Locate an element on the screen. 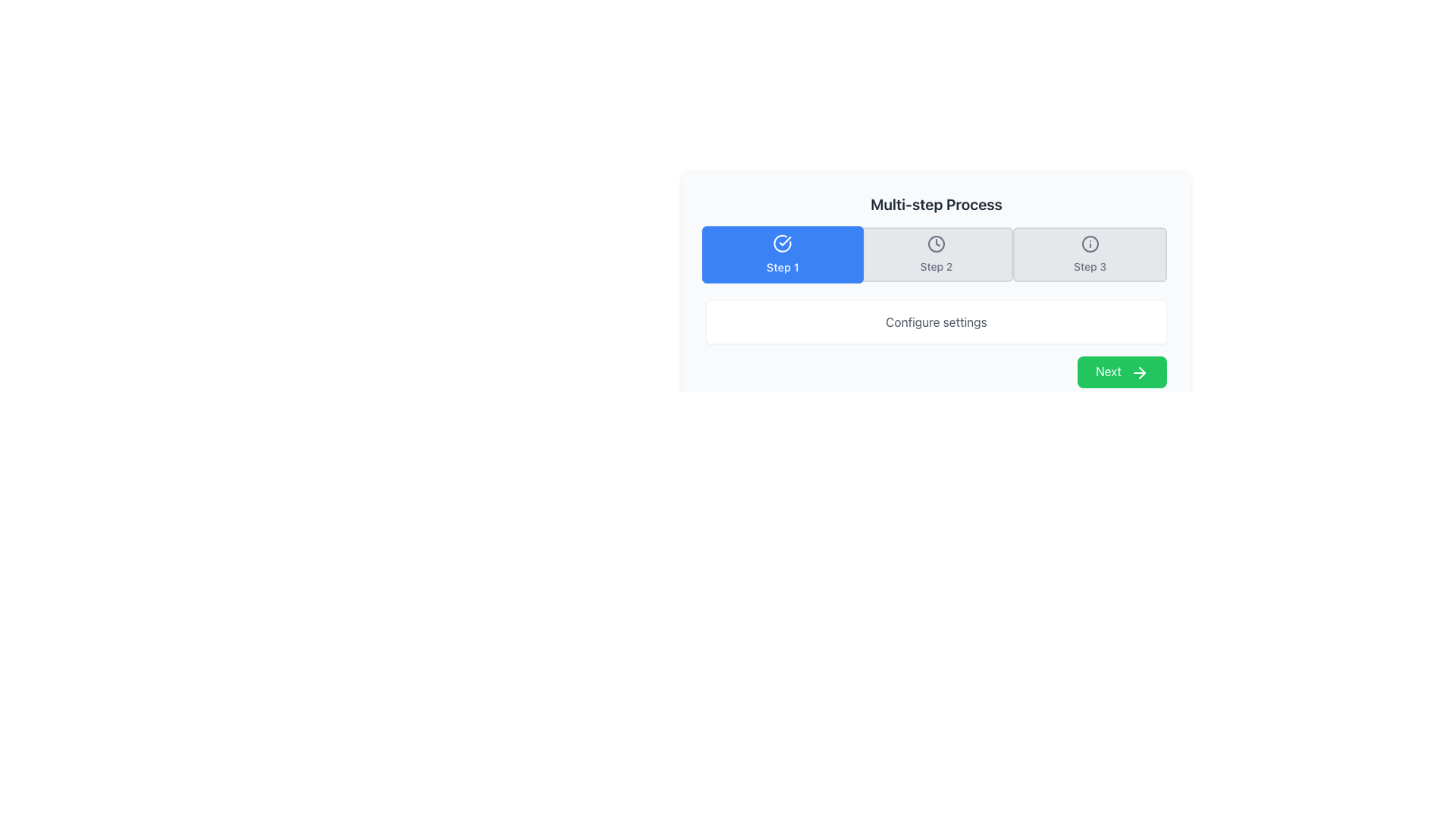 The width and height of the screenshot is (1456, 819). the details of the circular information icon with an 'i' symbol, located in the center top of the wizard step UI within the 'Step 3' box is located at coordinates (1089, 243).